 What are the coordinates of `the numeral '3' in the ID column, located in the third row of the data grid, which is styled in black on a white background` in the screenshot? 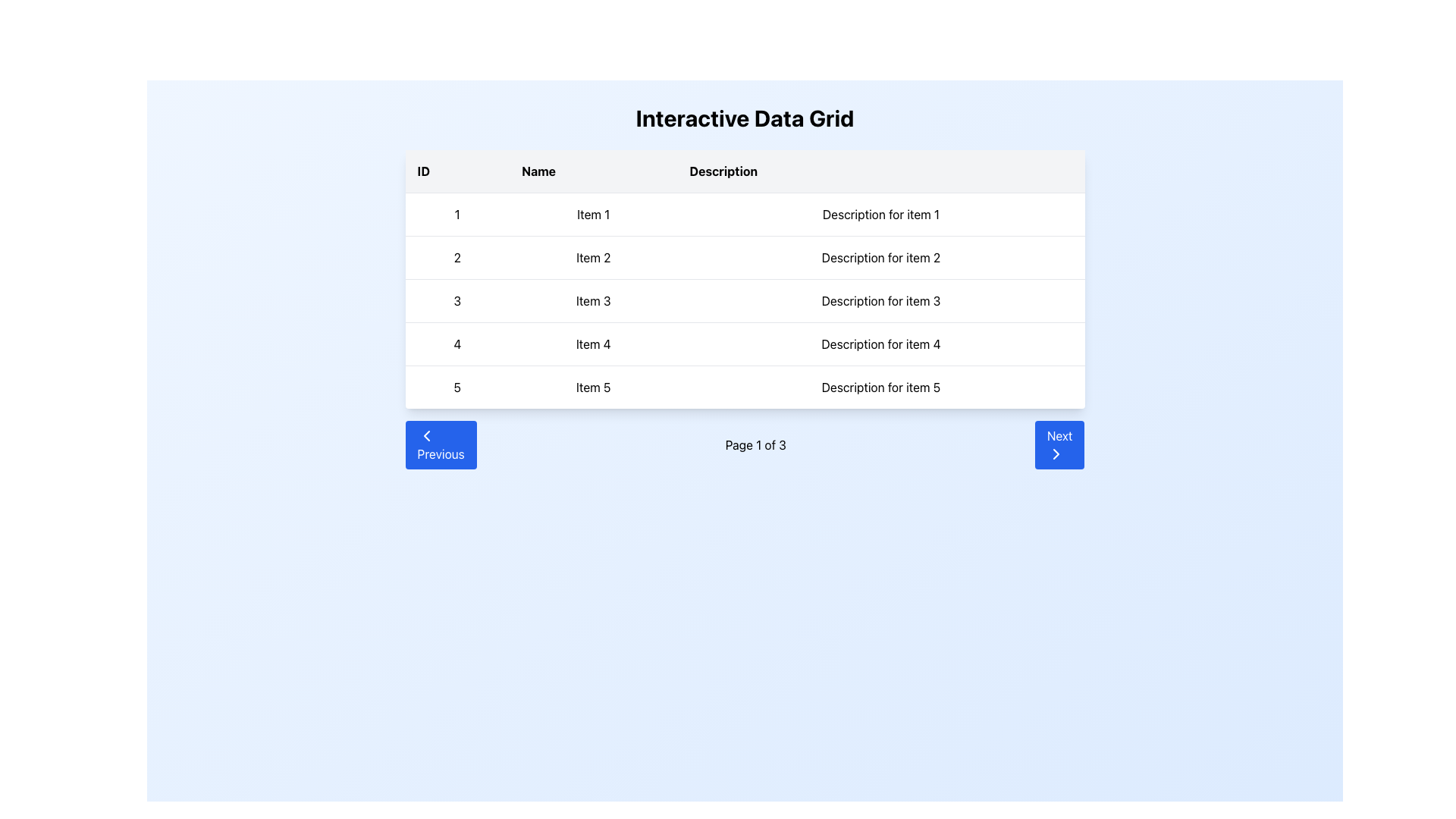 It's located at (457, 301).